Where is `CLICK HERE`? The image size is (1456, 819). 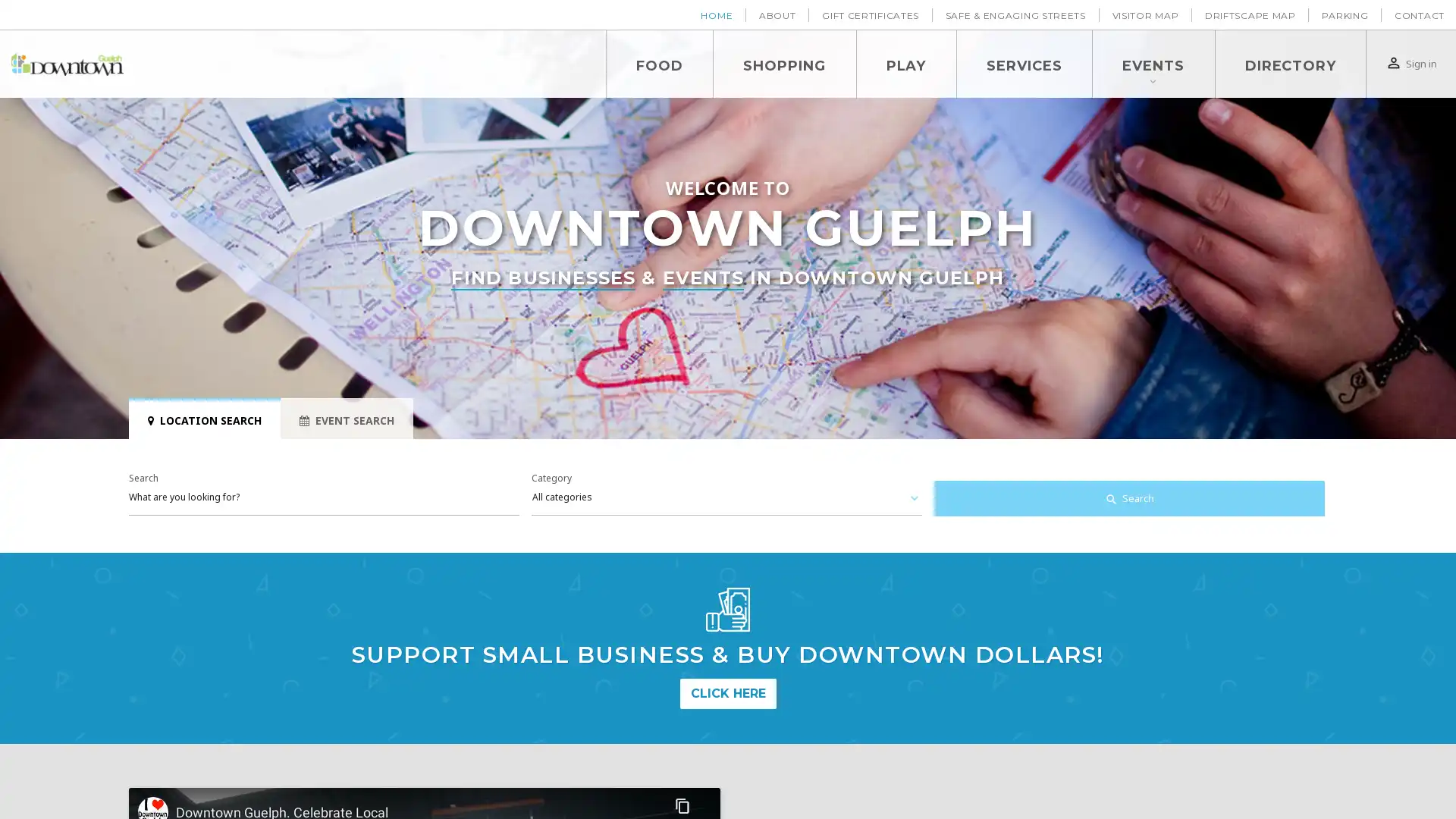
CLICK HERE is located at coordinates (726, 693).